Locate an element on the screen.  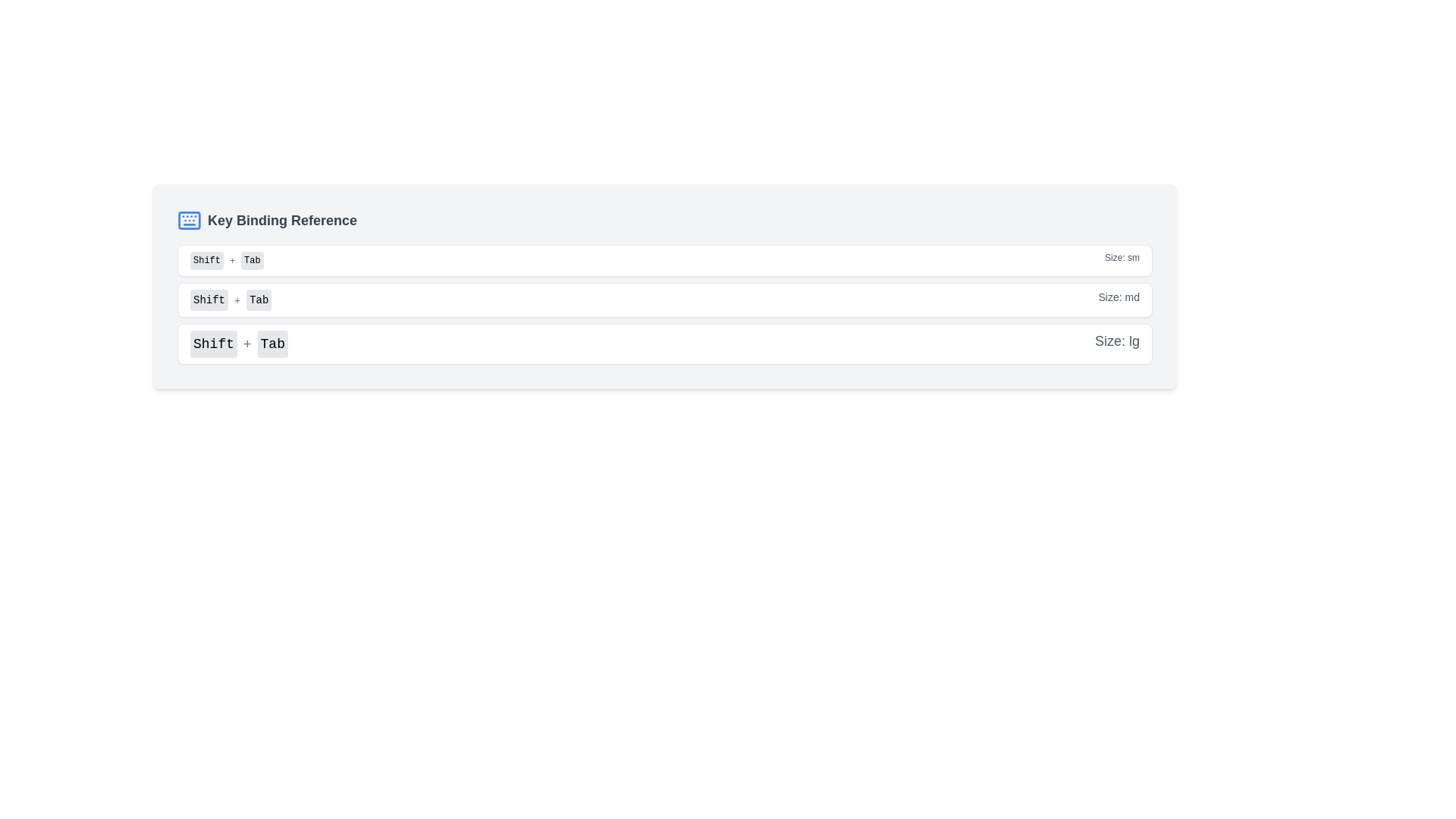
the Key combination indicator element that displays 'Shift + Tab' with gray-button-style labels and a light gray background is located at coordinates (230, 300).